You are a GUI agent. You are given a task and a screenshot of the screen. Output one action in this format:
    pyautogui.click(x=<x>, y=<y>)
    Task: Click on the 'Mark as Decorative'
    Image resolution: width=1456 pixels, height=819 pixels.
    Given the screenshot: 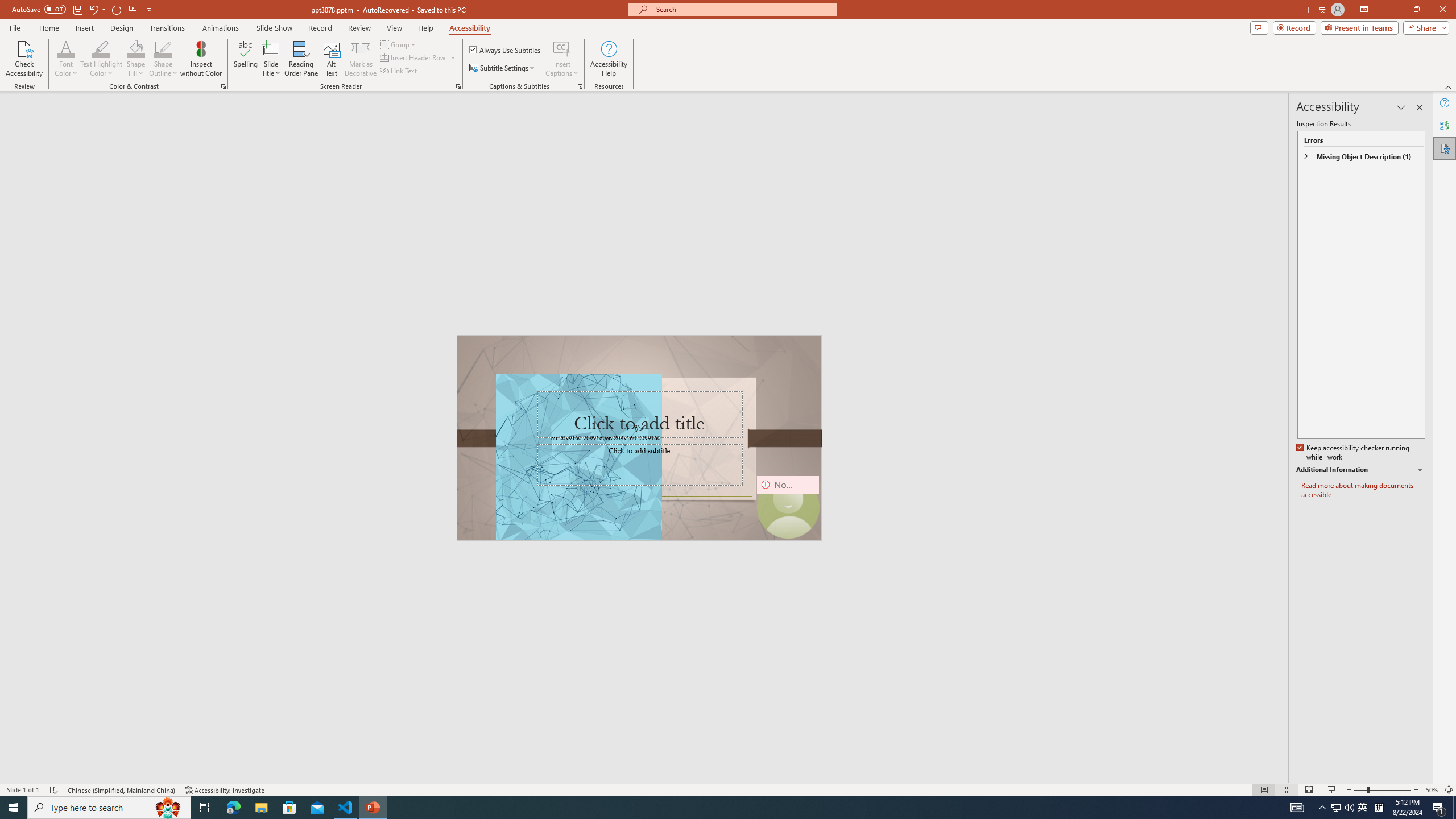 What is the action you would take?
    pyautogui.click(x=360, y=59)
    